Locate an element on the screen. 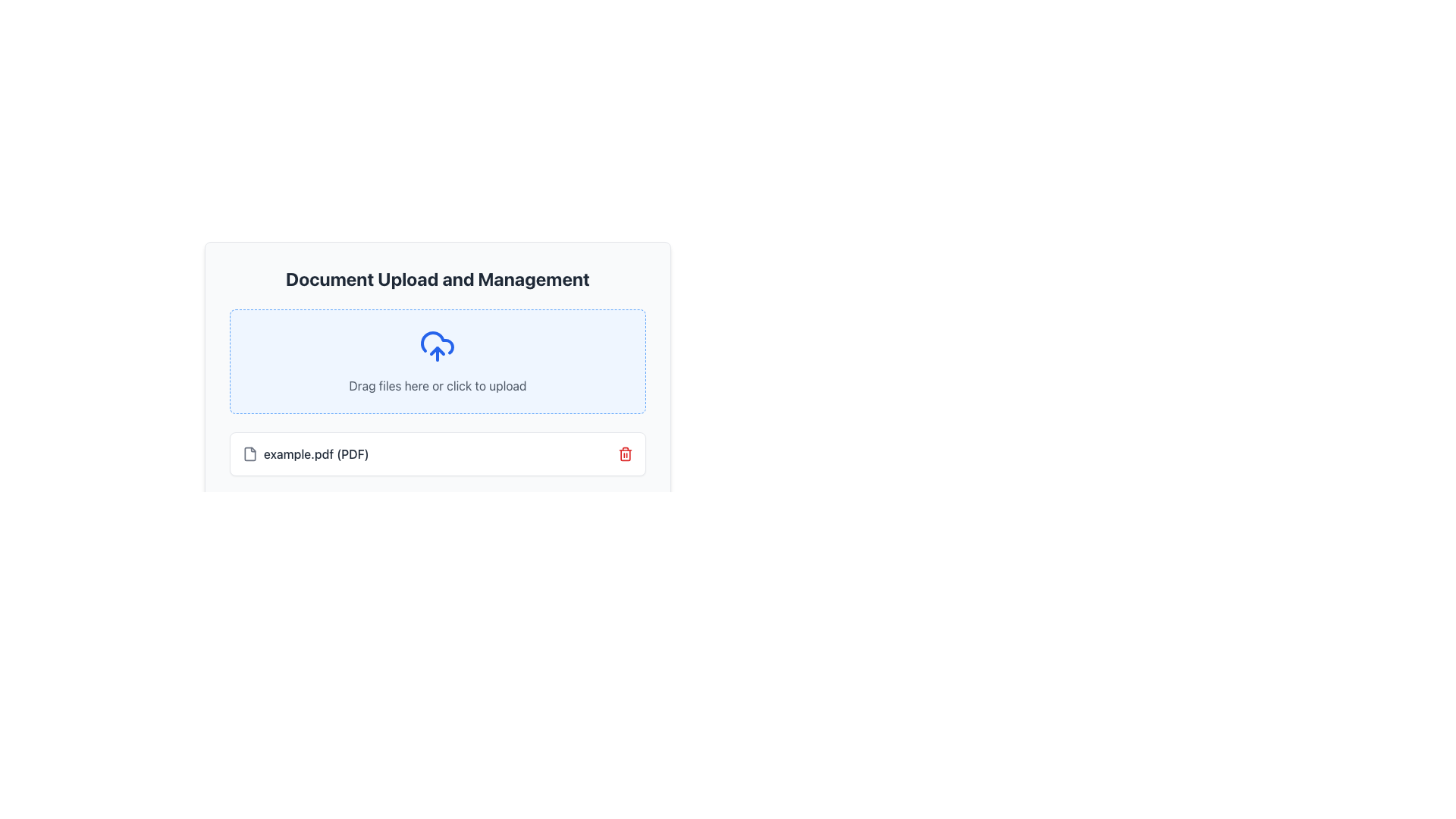  the file icon representing 'example.pdf (PDF)' in the document listing area to visually indicate its association with the displayed file is located at coordinates (250, 453).